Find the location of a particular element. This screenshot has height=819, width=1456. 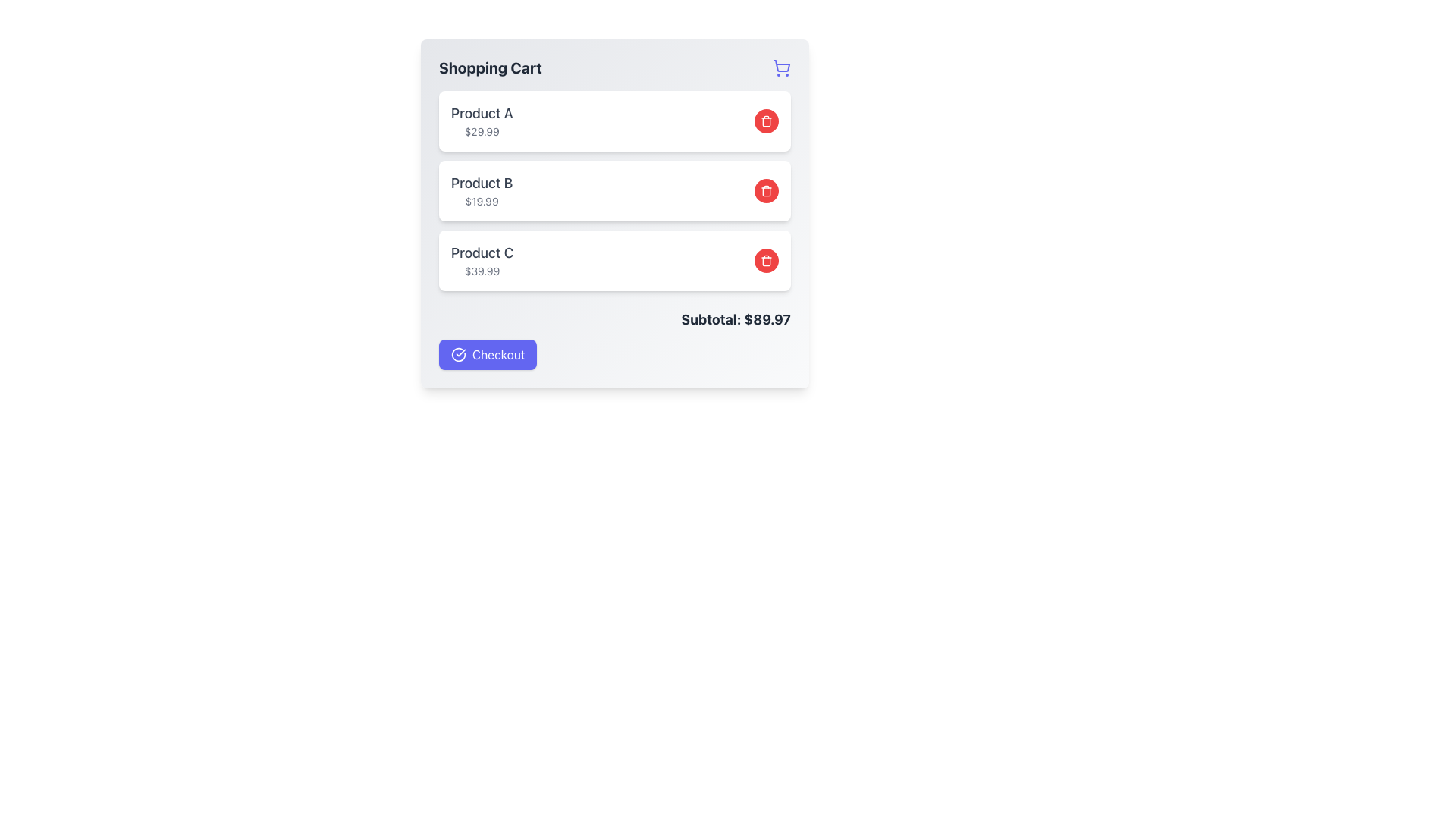

static text label displaying the name of the product ('Product C') located in the third product listing of the 'Shopping Cart' card interface, positioned above the price '$39.99' is located at coordinates (482, 253).